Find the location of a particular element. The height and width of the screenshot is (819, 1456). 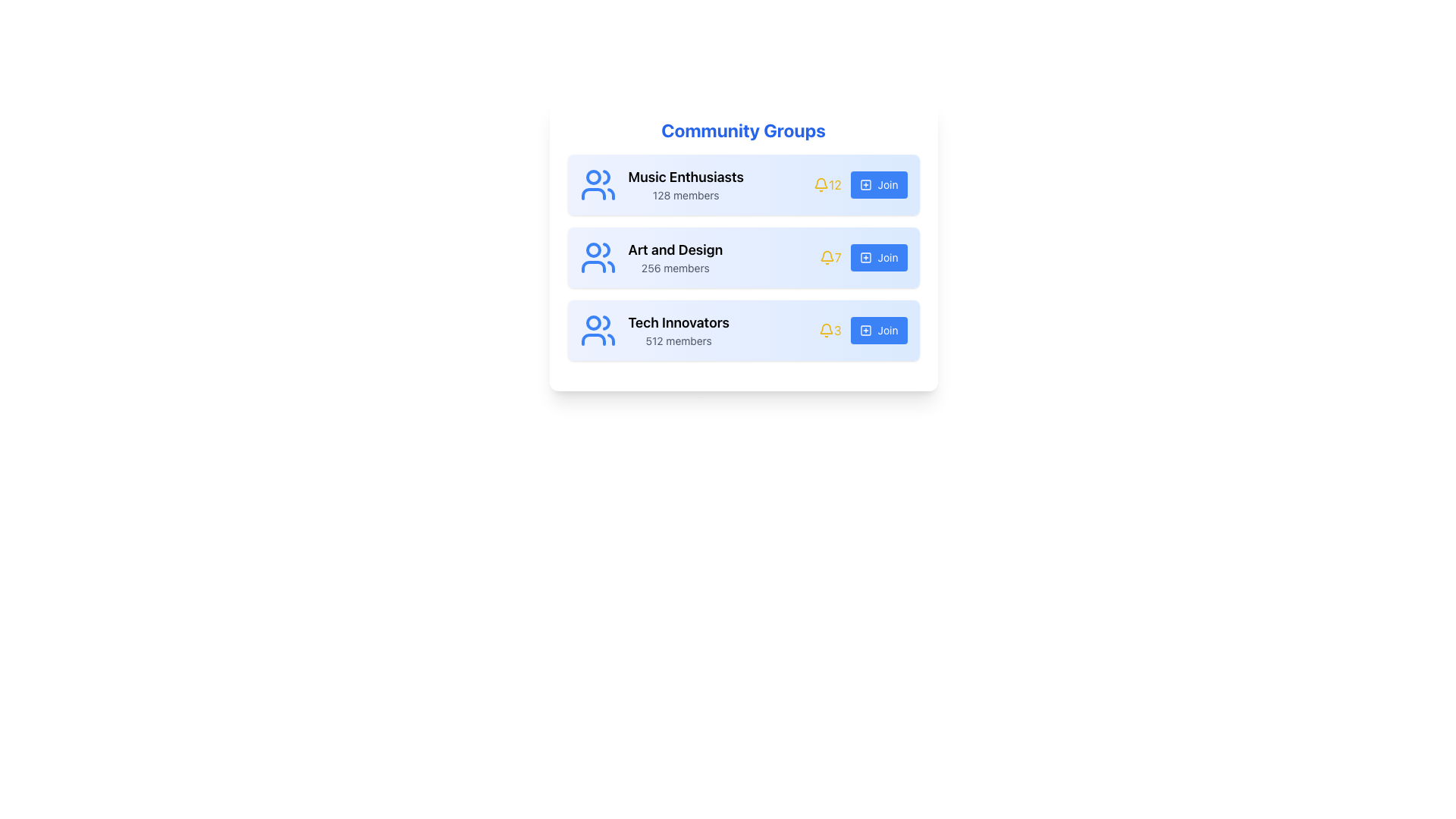

the blue rectangular 'Join' button with a white plus icon is located at coordinates (879, 256).